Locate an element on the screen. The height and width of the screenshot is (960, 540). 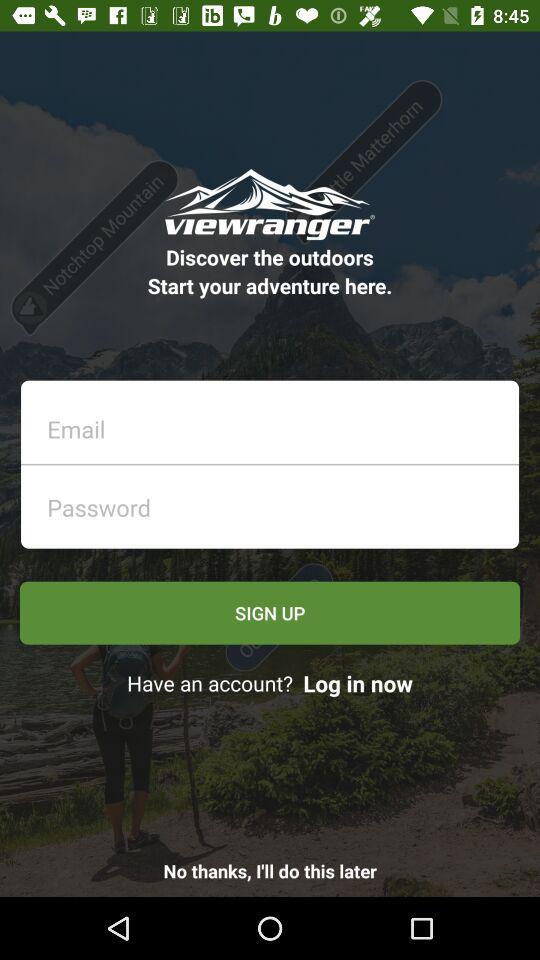
email is located at coordinates (275, 423).